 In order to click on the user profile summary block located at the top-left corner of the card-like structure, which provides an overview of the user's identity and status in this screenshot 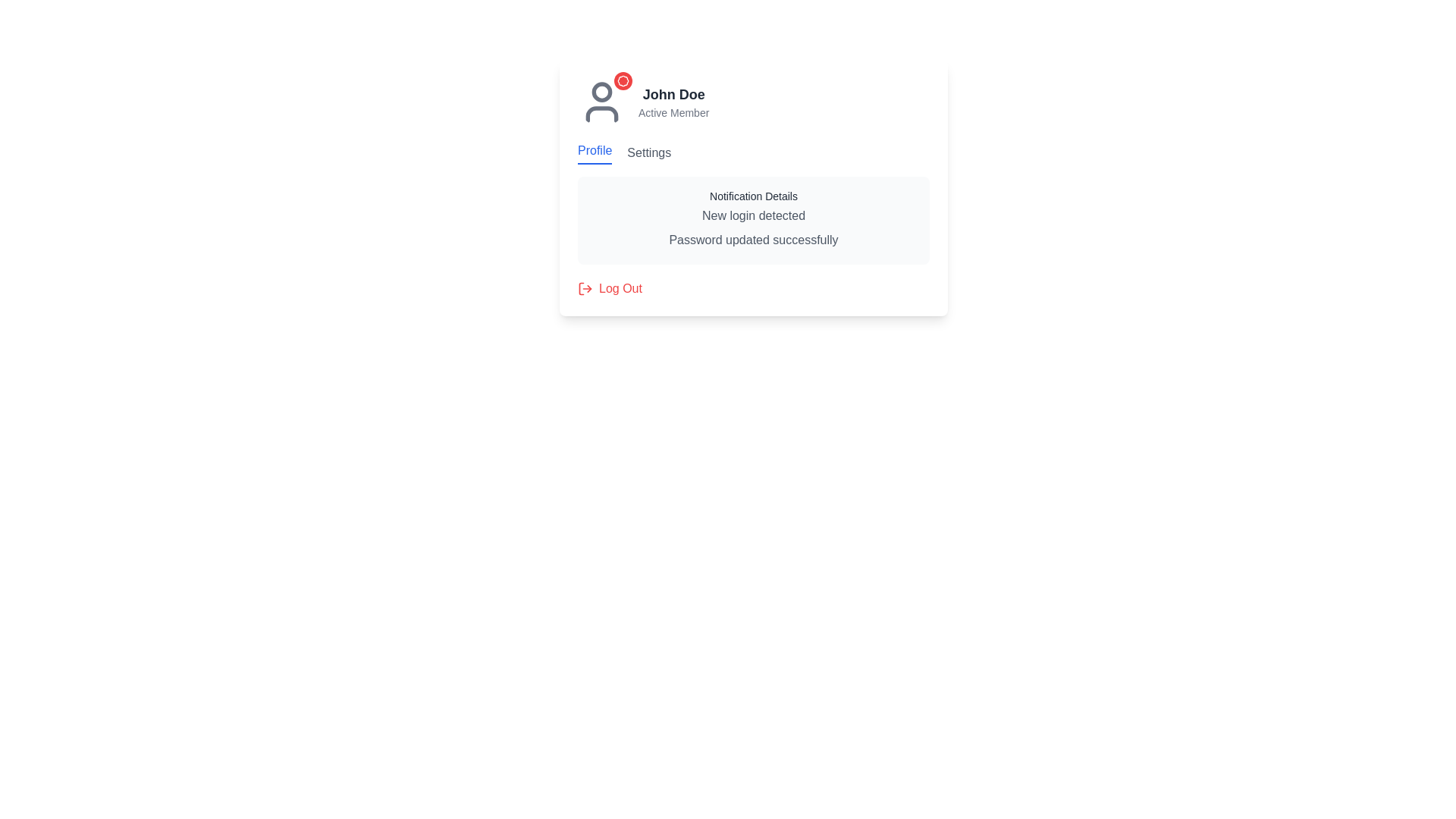, I will do `click(753, 102)`.